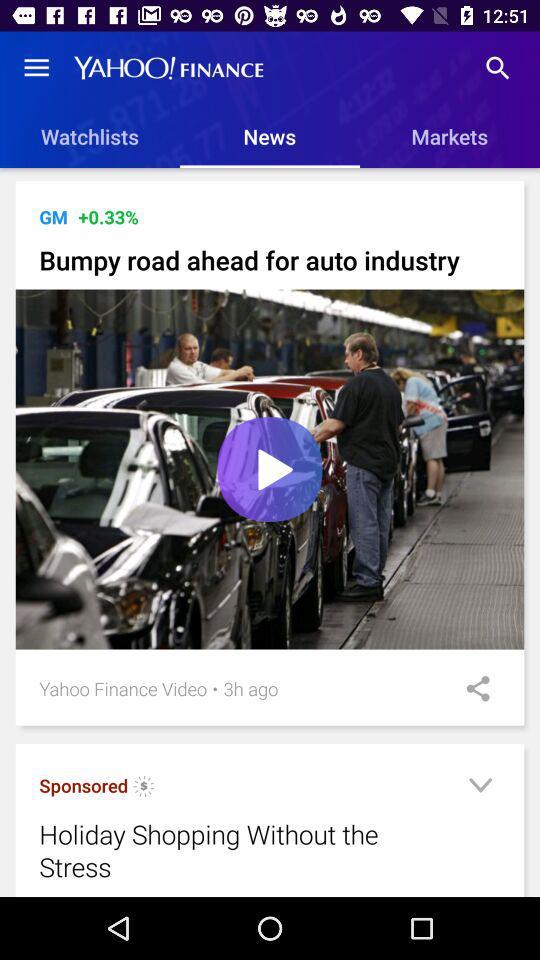 The height and width of the screenshot is (960, 540). What do you see at coordinates (53, 217) in the screenshot?
I see `item above the bumpy road ahead` at bounding box center [53, 217].